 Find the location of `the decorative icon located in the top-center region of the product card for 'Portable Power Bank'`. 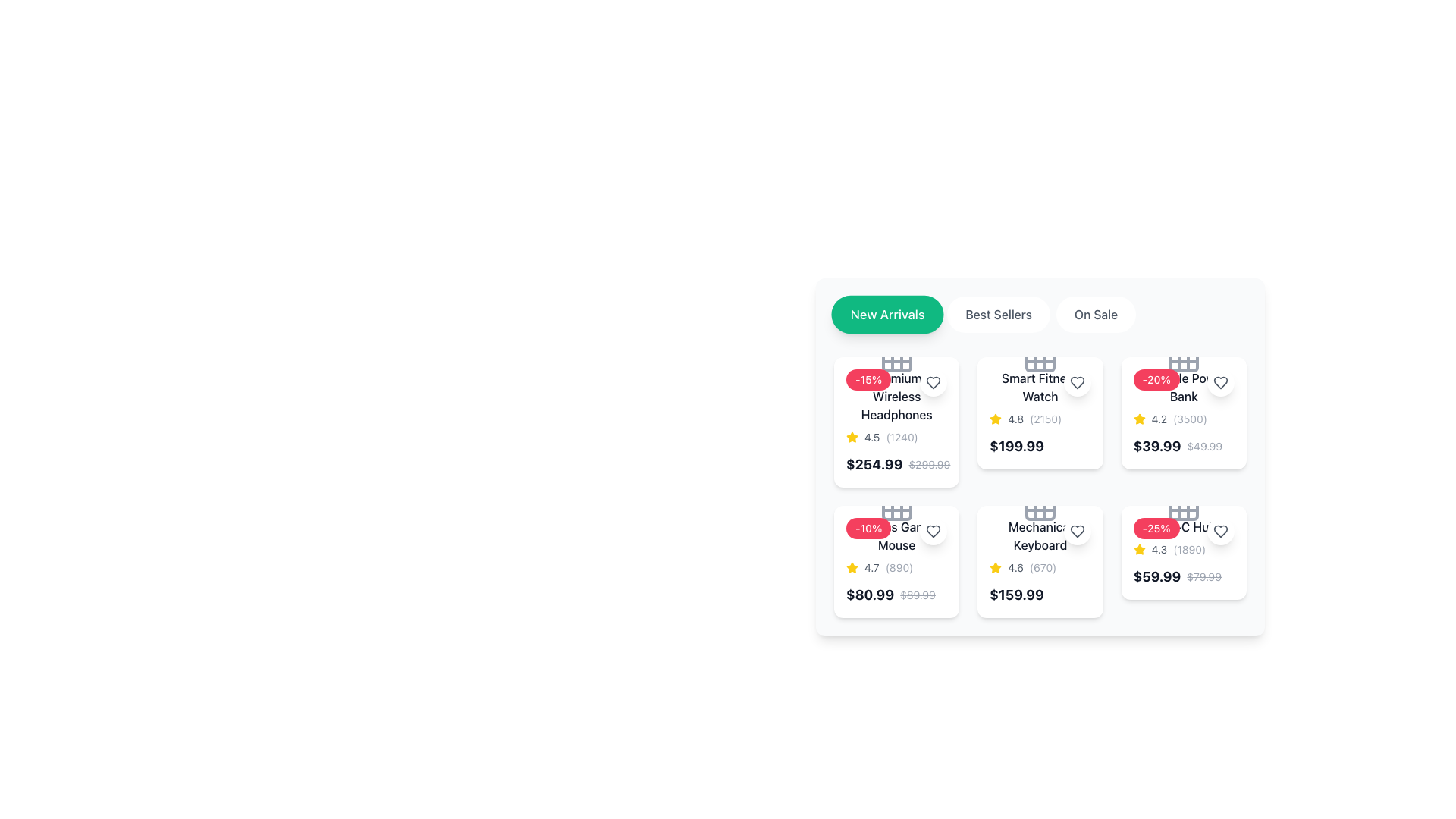

the decorative icon located in the top-center region of the product card for 'Portable Power Bank' is located at coordinates (1183, 356).